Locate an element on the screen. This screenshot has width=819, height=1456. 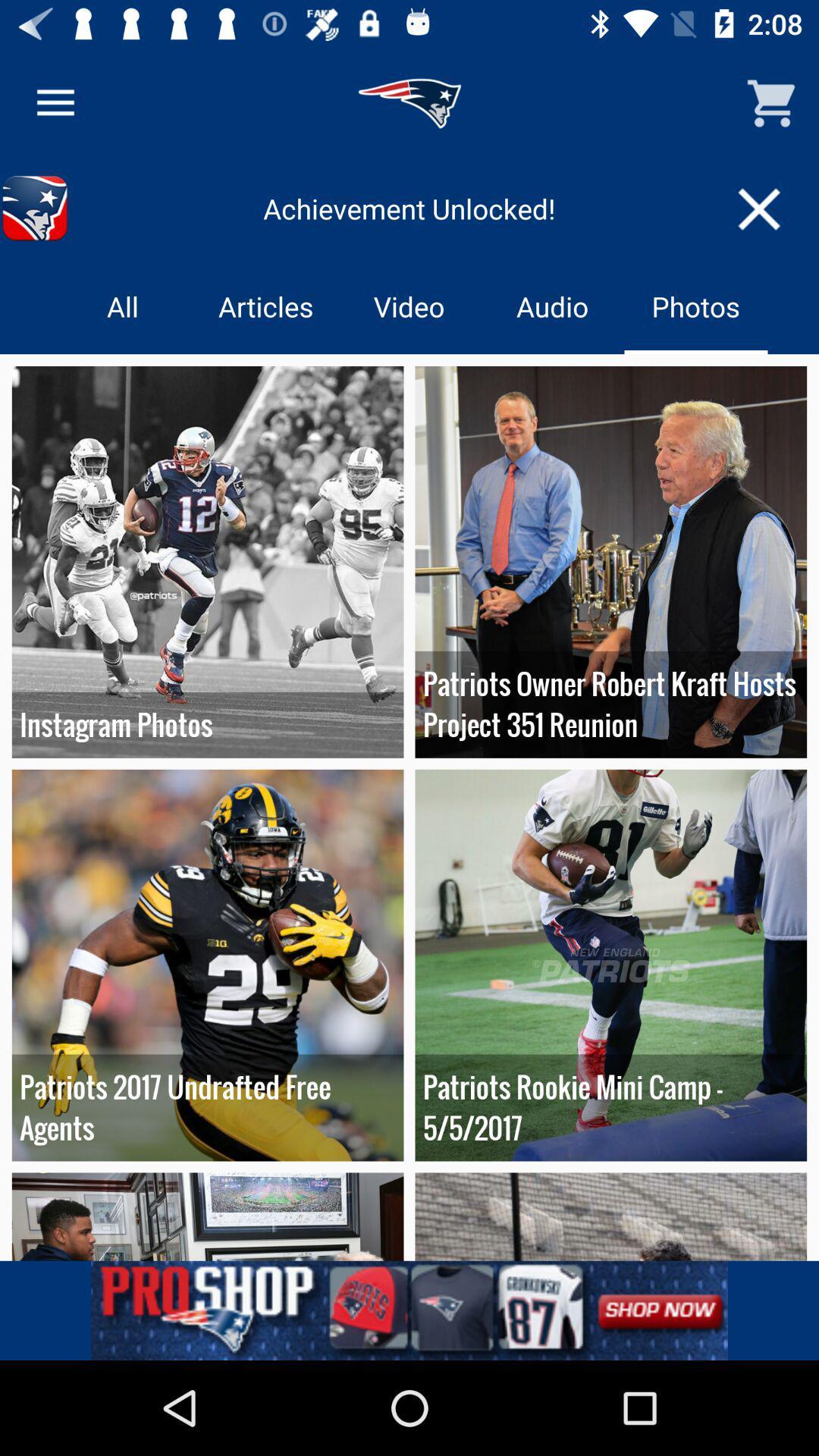
the icon to the left side of cart icon is located at coordinates (409, 103).